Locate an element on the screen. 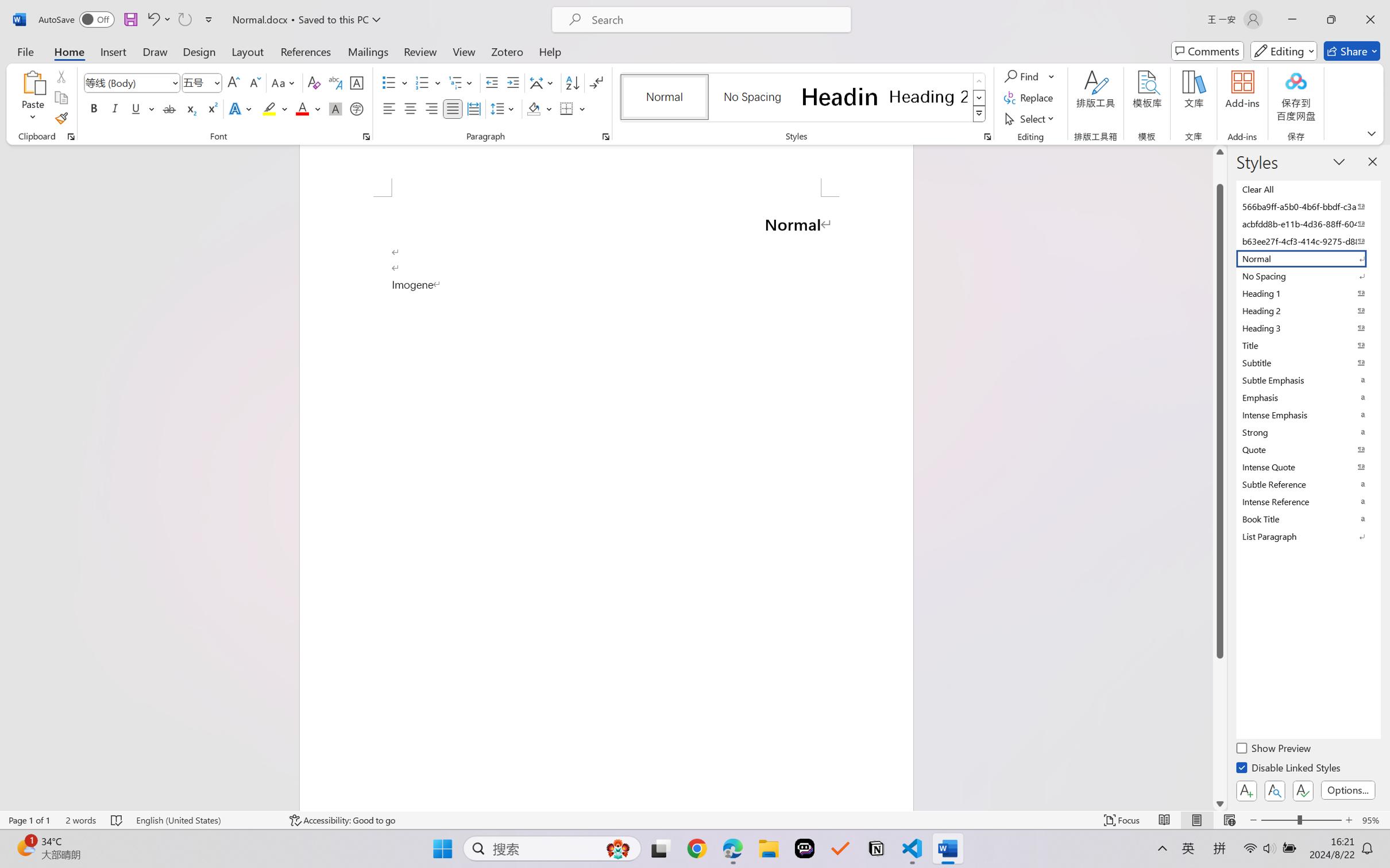  'Page up' is located at coordinates (1219, 171).